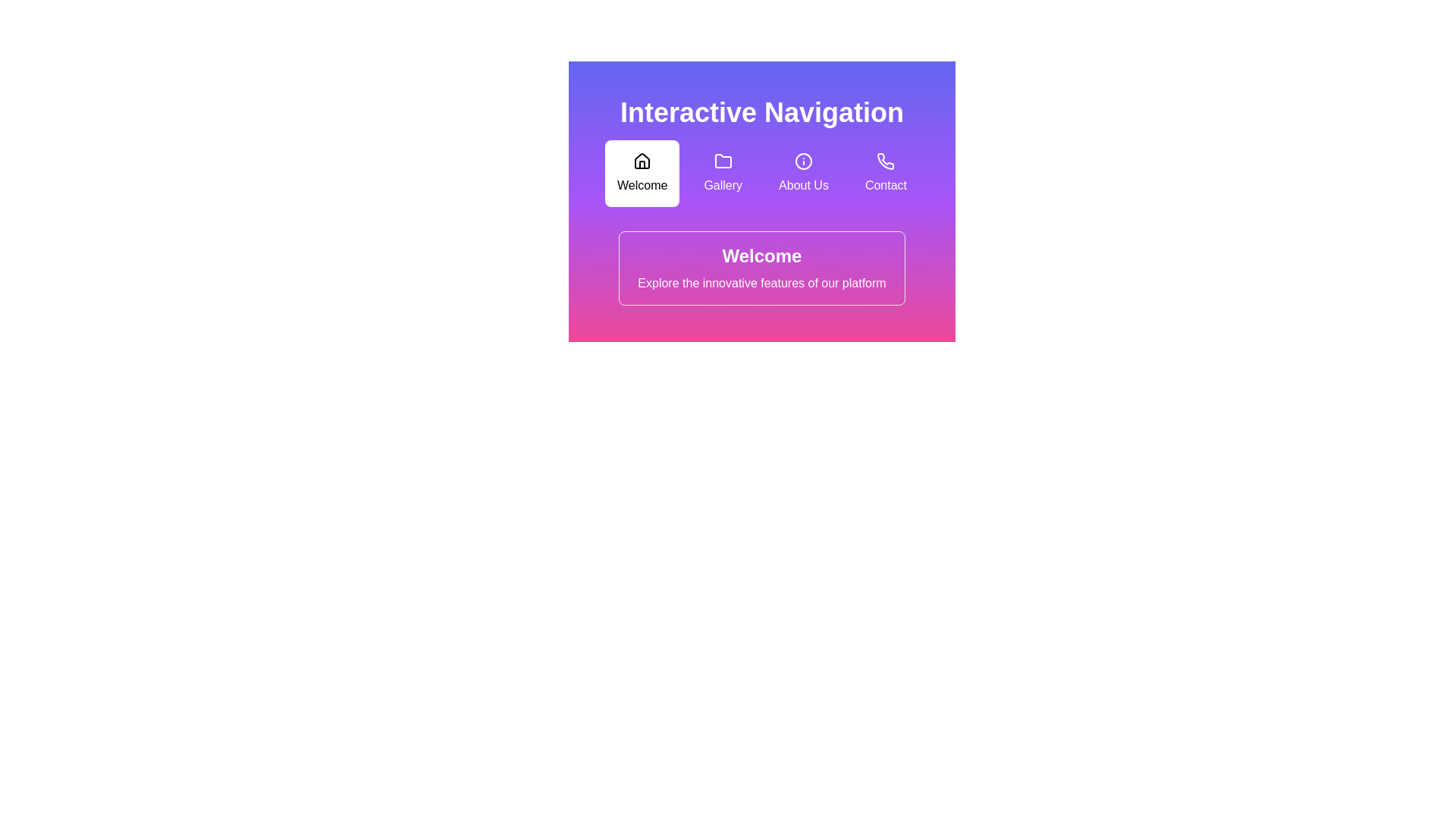  What do you see at coordinates (803, 161) in the screenshot?
I see `the circular 'info' icon with a hollow border and a dot inside, located above the 'About Us' text on a purple gradient background` at bounding box center [803, 161].